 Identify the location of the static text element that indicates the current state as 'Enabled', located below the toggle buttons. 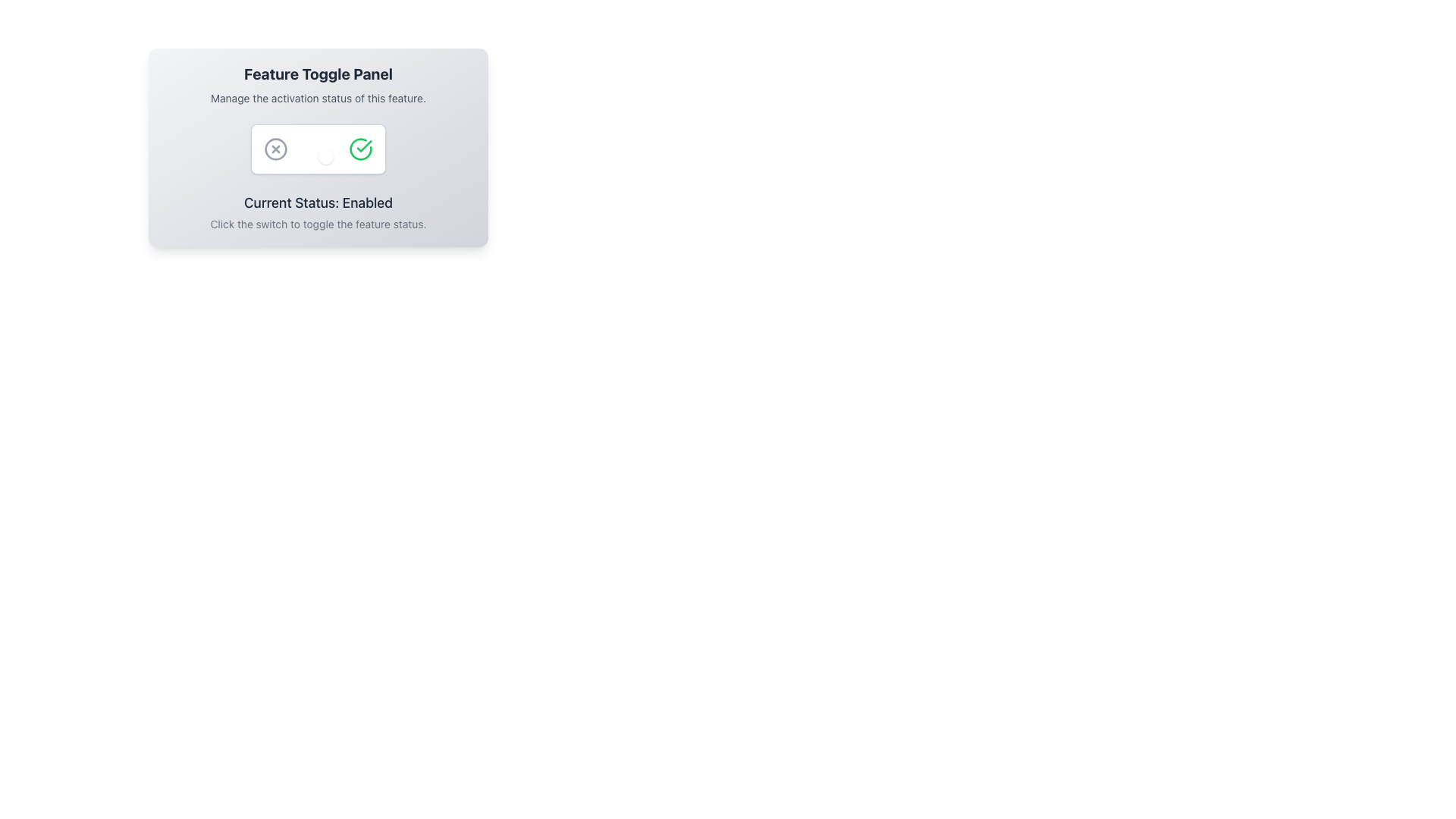
(367, 202).